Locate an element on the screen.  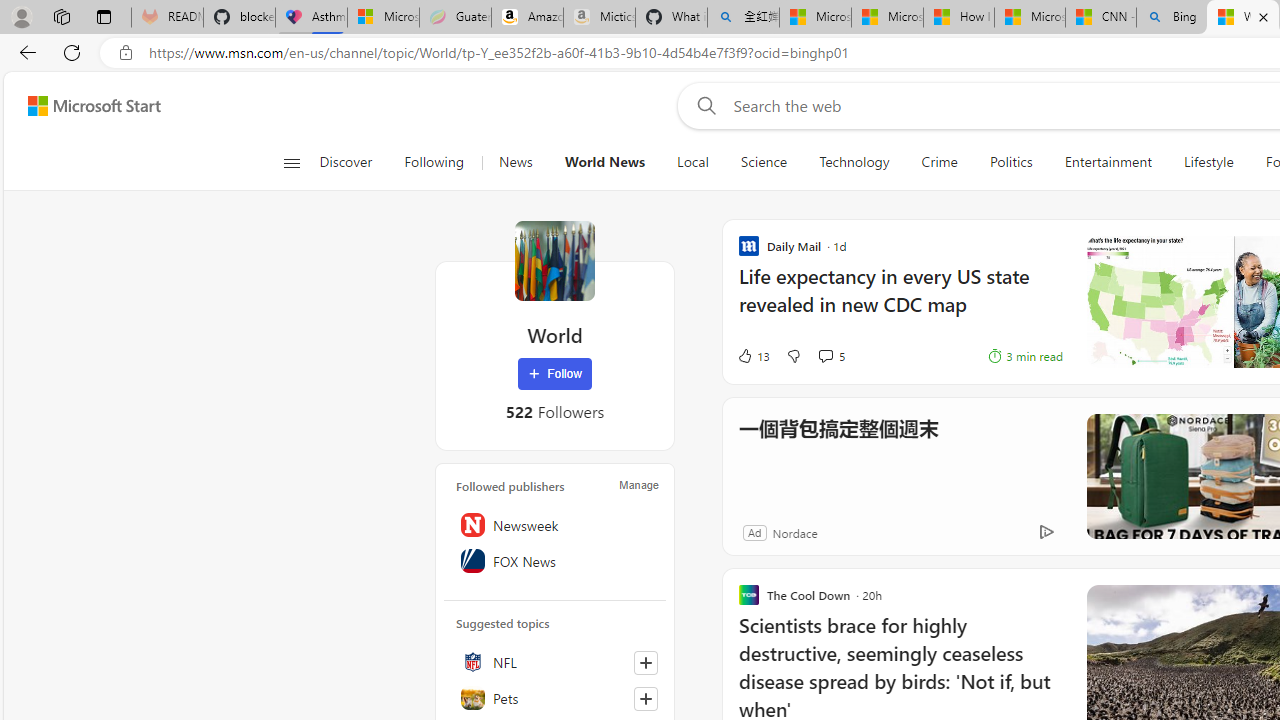
'View comments 5 Comment' is located at coordinates (825, 355).